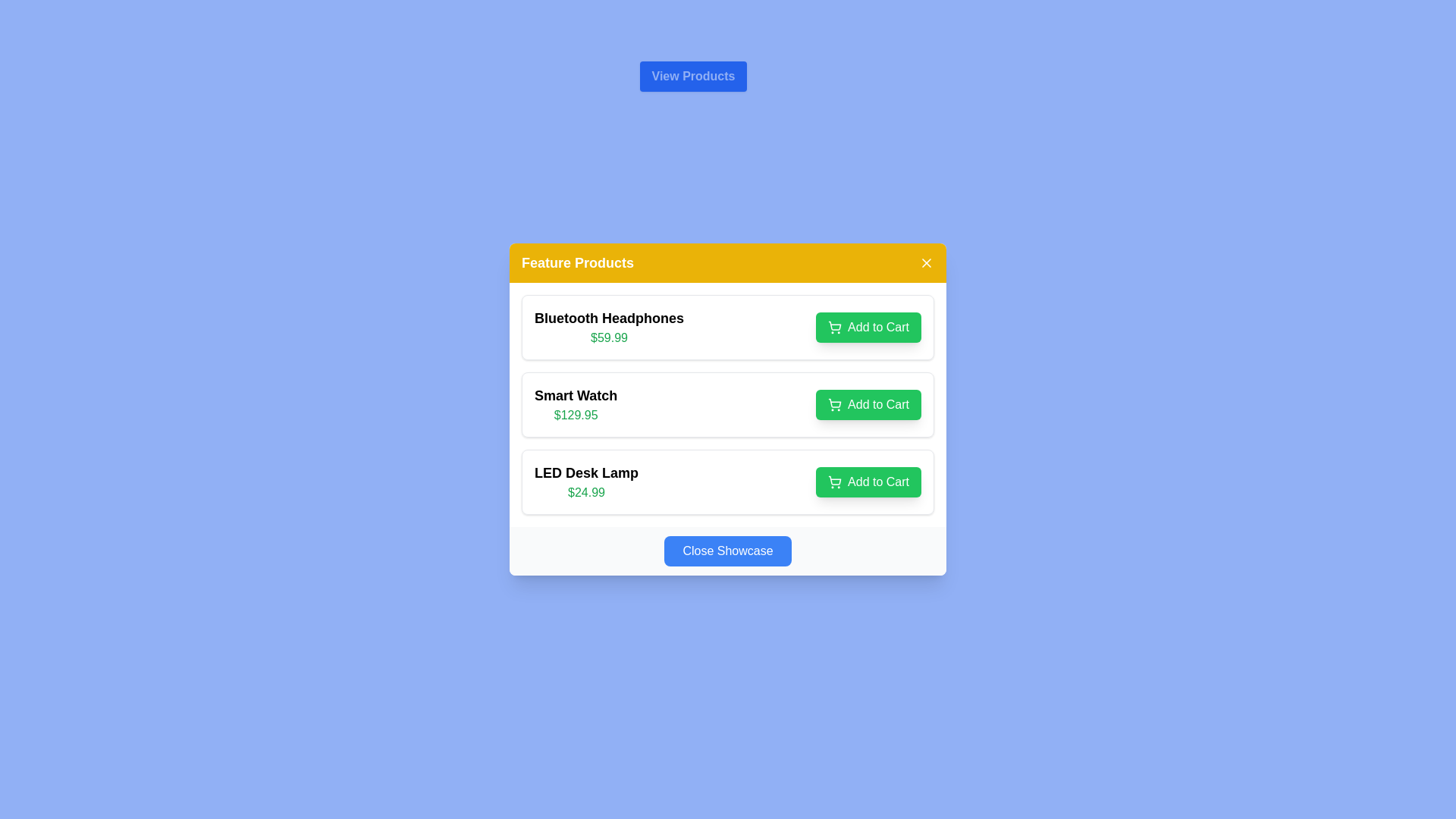 This screenshot has height=819, width=1456. Describe the element at coordinates (609, 318) in the screenshot. I see `the text label displaying 'Bluetooth Headphones' which is styled in bold and larger font, positioned in the 'Feature Products' section above the '$59.99' price text` at that location.